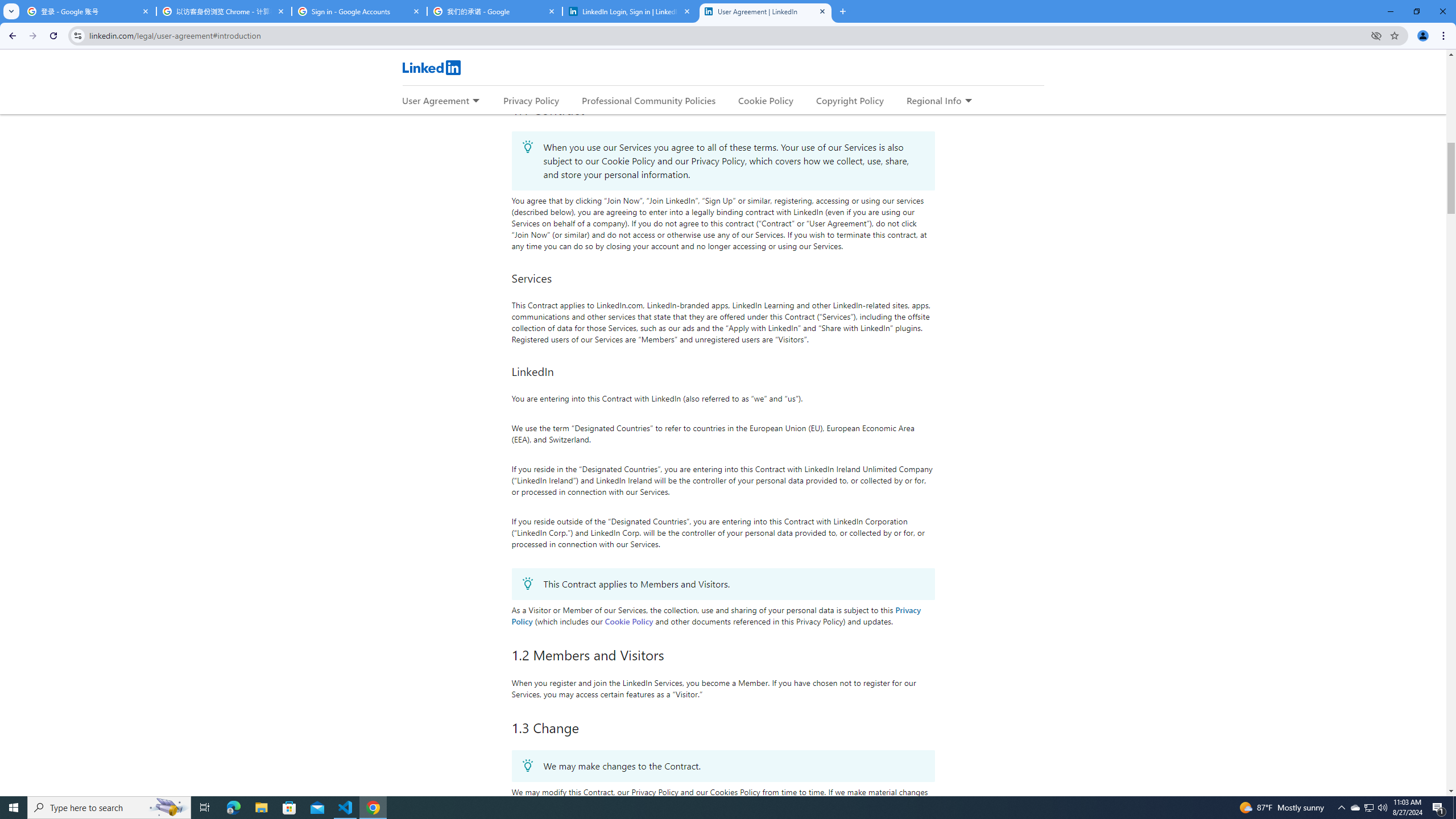 This screenshot has height=819, width=1456. Describe the element at coordinates (967, 101) in the screenshot. I see `'Expand to show more links for Regional Info'` at that location.